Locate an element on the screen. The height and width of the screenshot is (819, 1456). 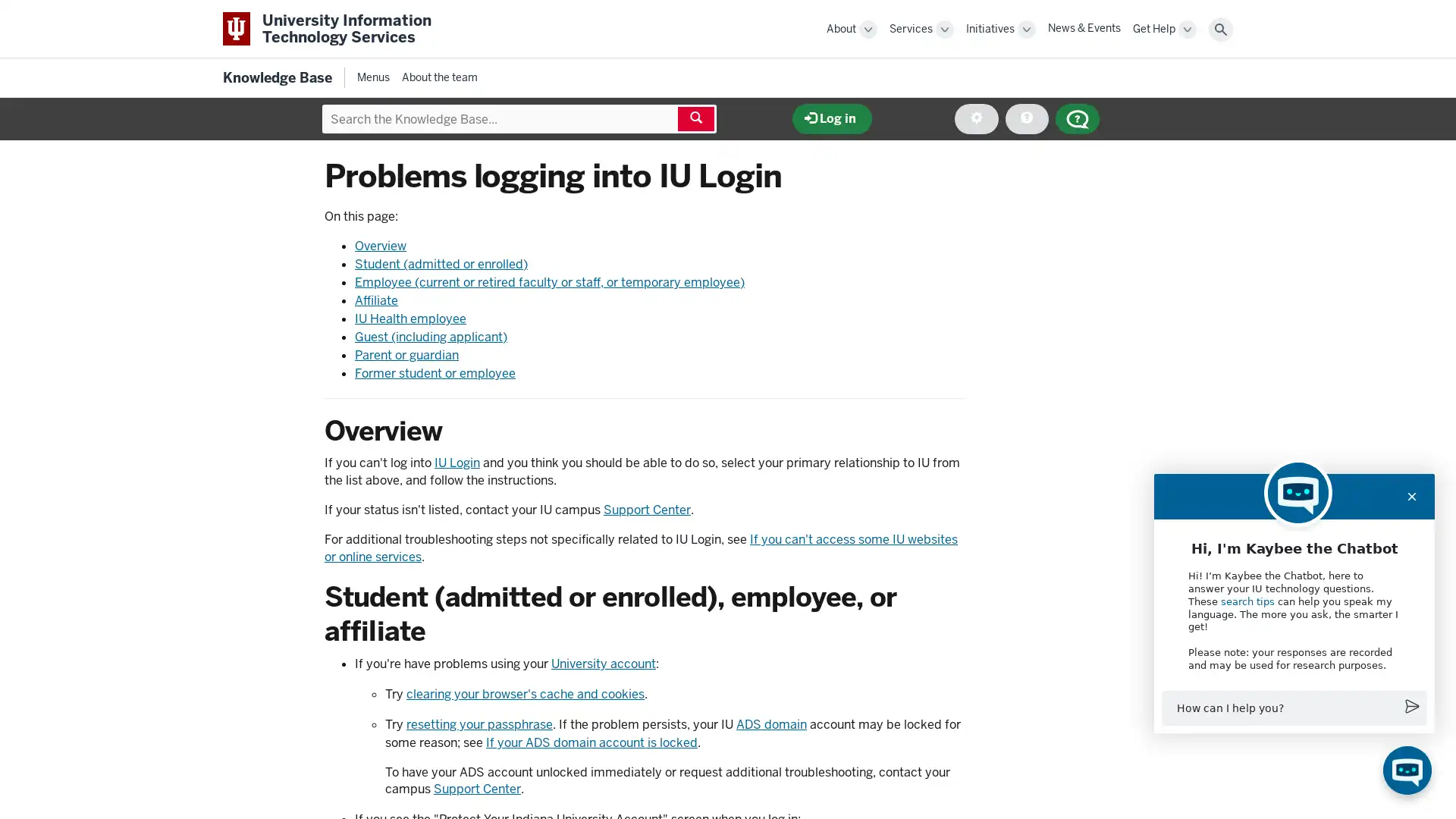
Options is located at coordinates (976, 118).